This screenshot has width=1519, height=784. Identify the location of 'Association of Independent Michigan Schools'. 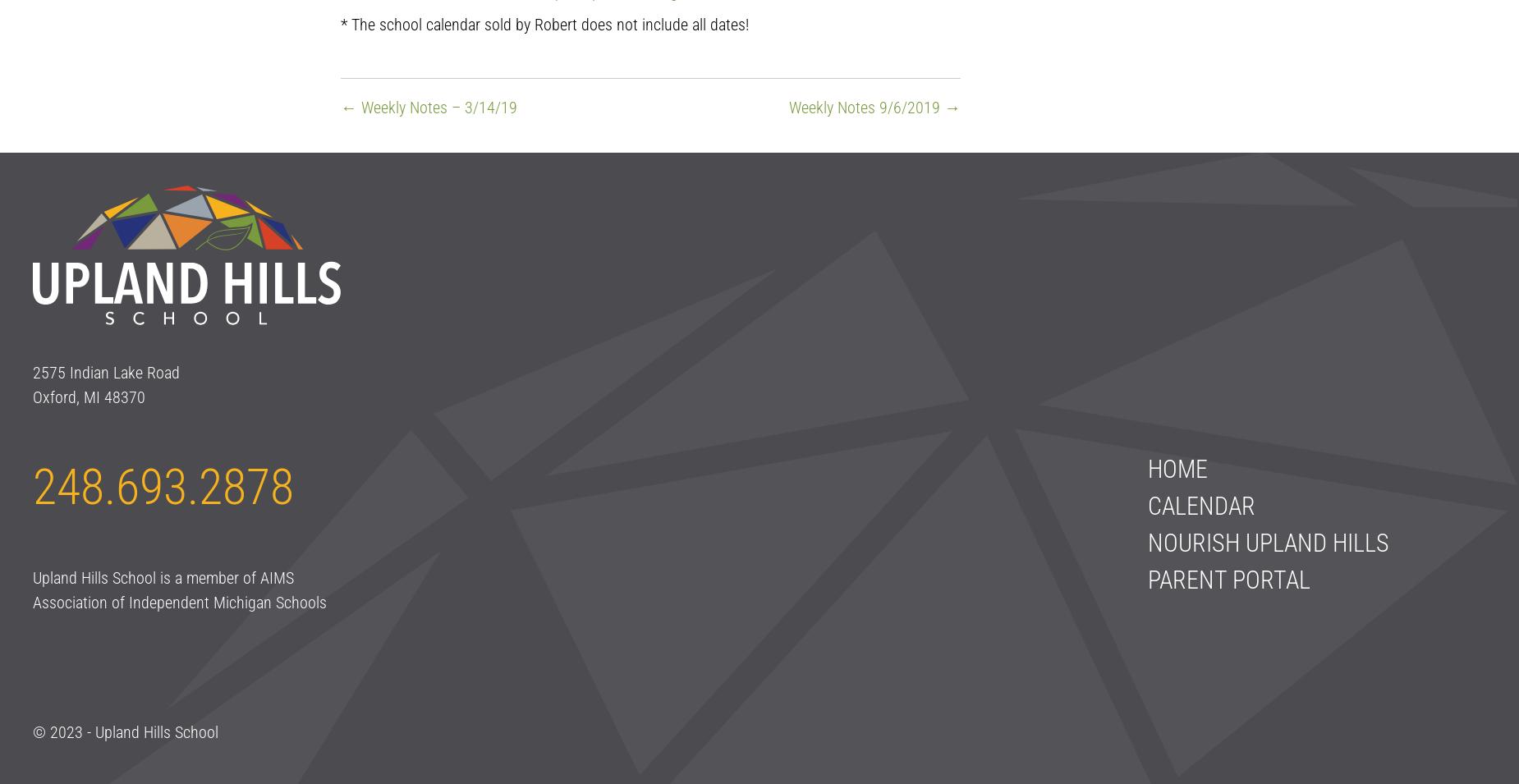
(179, 602).